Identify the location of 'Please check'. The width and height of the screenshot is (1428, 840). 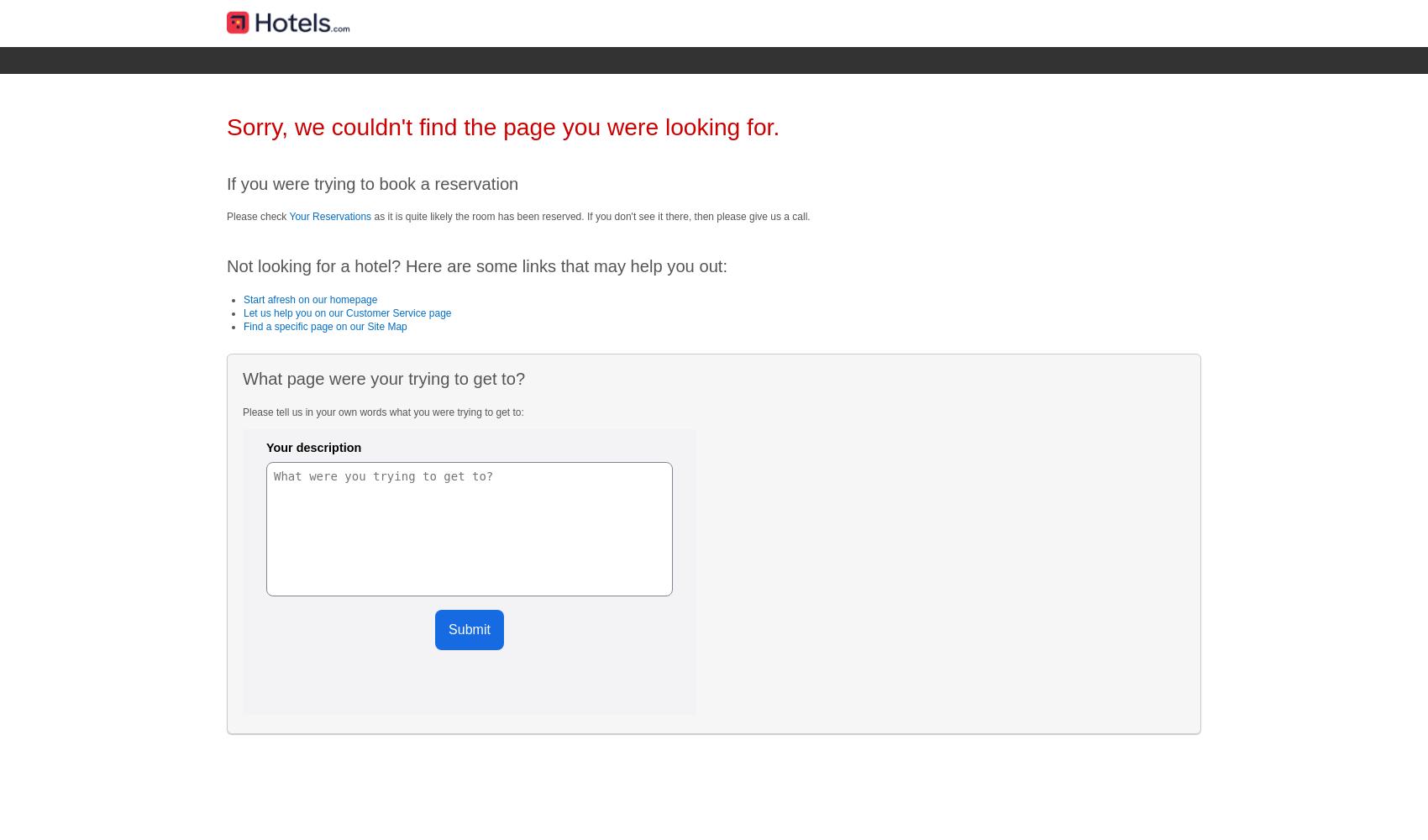
(258, 216).